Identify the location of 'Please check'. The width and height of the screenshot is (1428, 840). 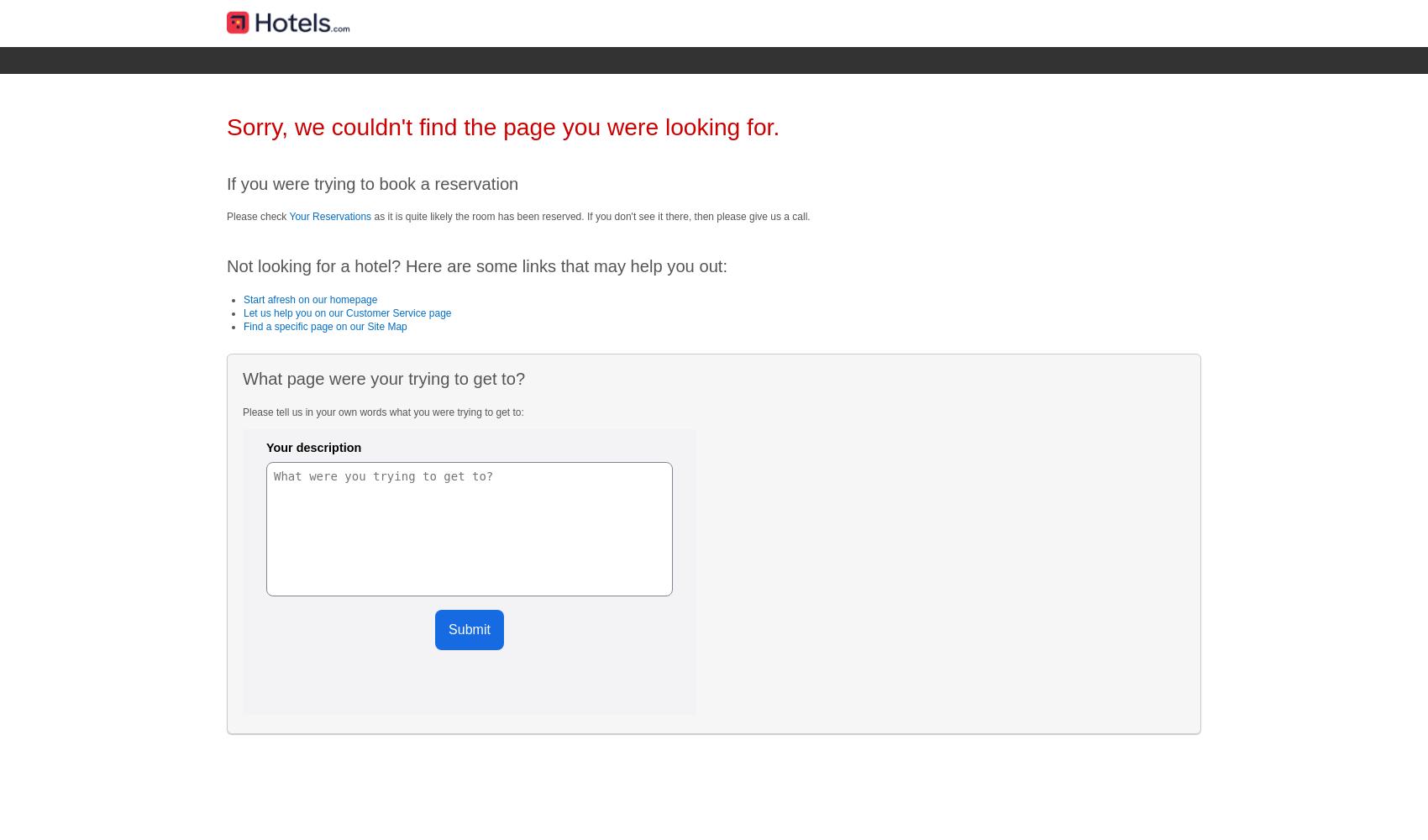
(258, 216).